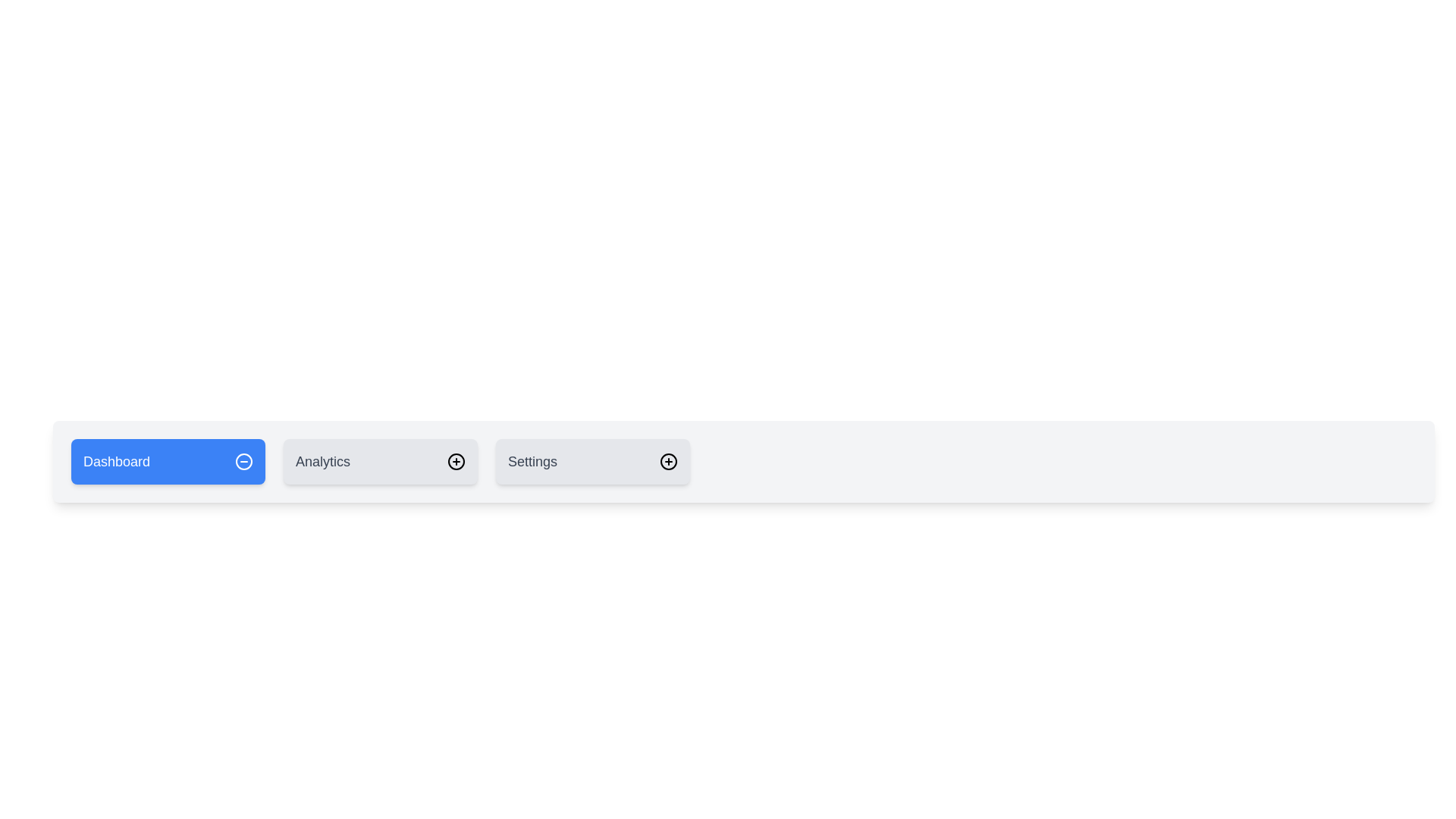 The height and width of the screenshot is (819, 1456). Describe the element at coordinates (668, 461) in the screenshot. I see `the outer circular boundary of the 'circle-plus' icon in the 'Settings' button located in the navigation bar` at that location.